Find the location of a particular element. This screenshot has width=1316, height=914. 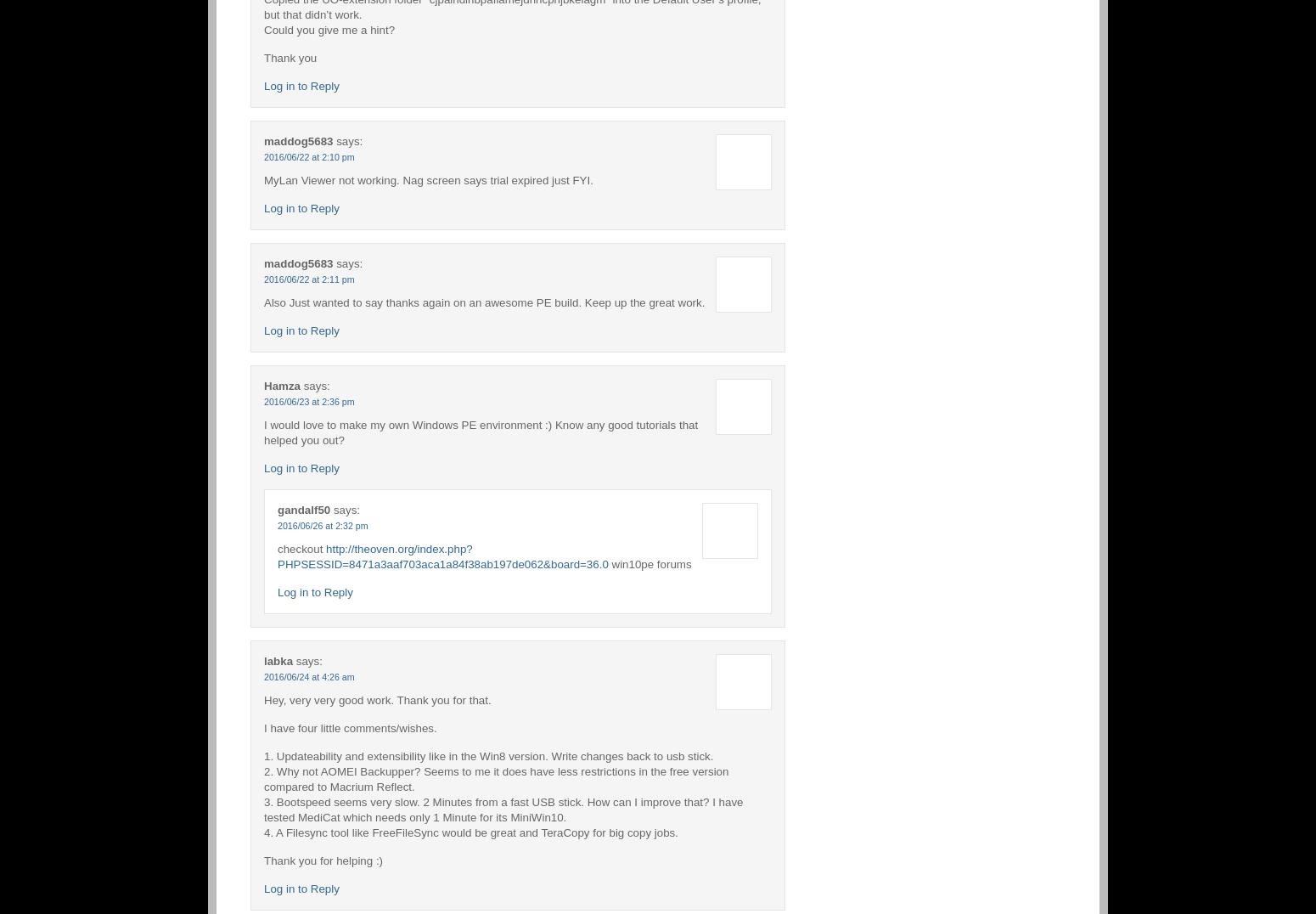

'2016/06/26 at 2:32 pm' is located at coordinates (322, 524).